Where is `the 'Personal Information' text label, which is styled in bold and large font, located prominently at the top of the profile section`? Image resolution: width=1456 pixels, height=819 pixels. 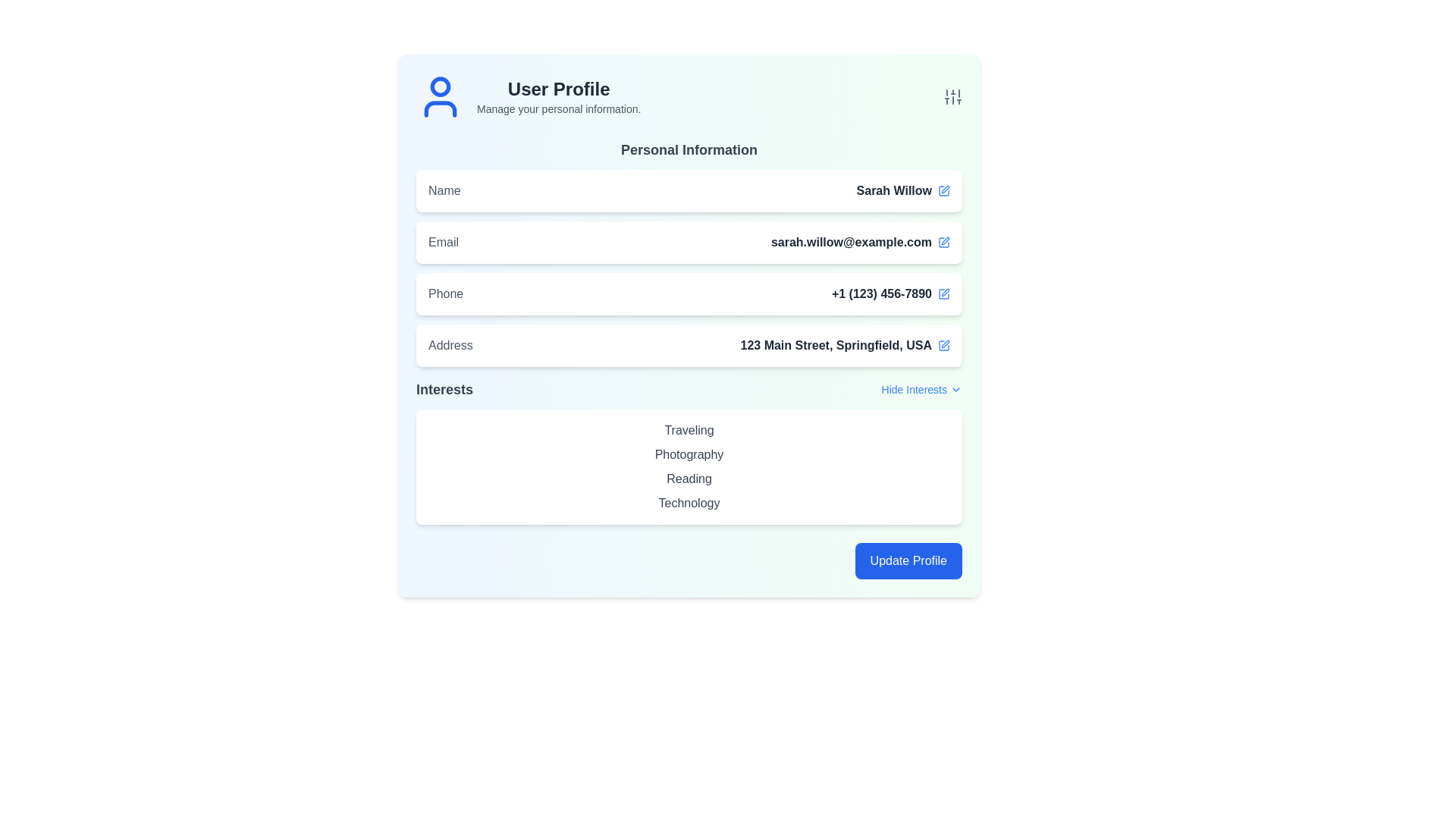 the 'Personal Information' text label, which is styled in bold and large font, located prominently at the top of the profile section is located at coordinates (688, 149).